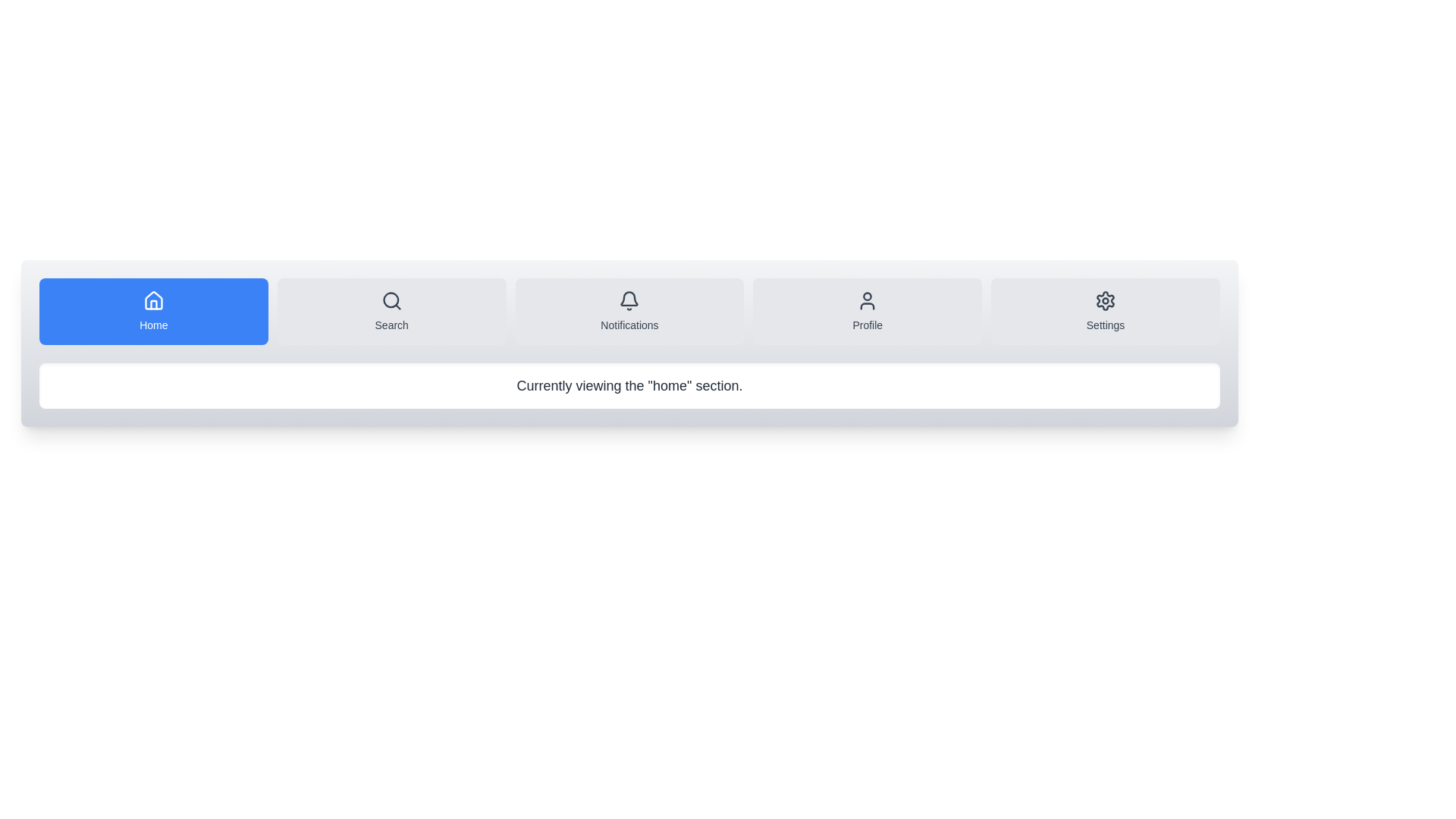 This screenshot has height=819, width=1456. Describe the element at coordinates (153, 324) in the screenshot. I see `the 'Home' text label, which is styled in white on a blue background and positioned at the bottom of a button in the navigation bar` at that location.